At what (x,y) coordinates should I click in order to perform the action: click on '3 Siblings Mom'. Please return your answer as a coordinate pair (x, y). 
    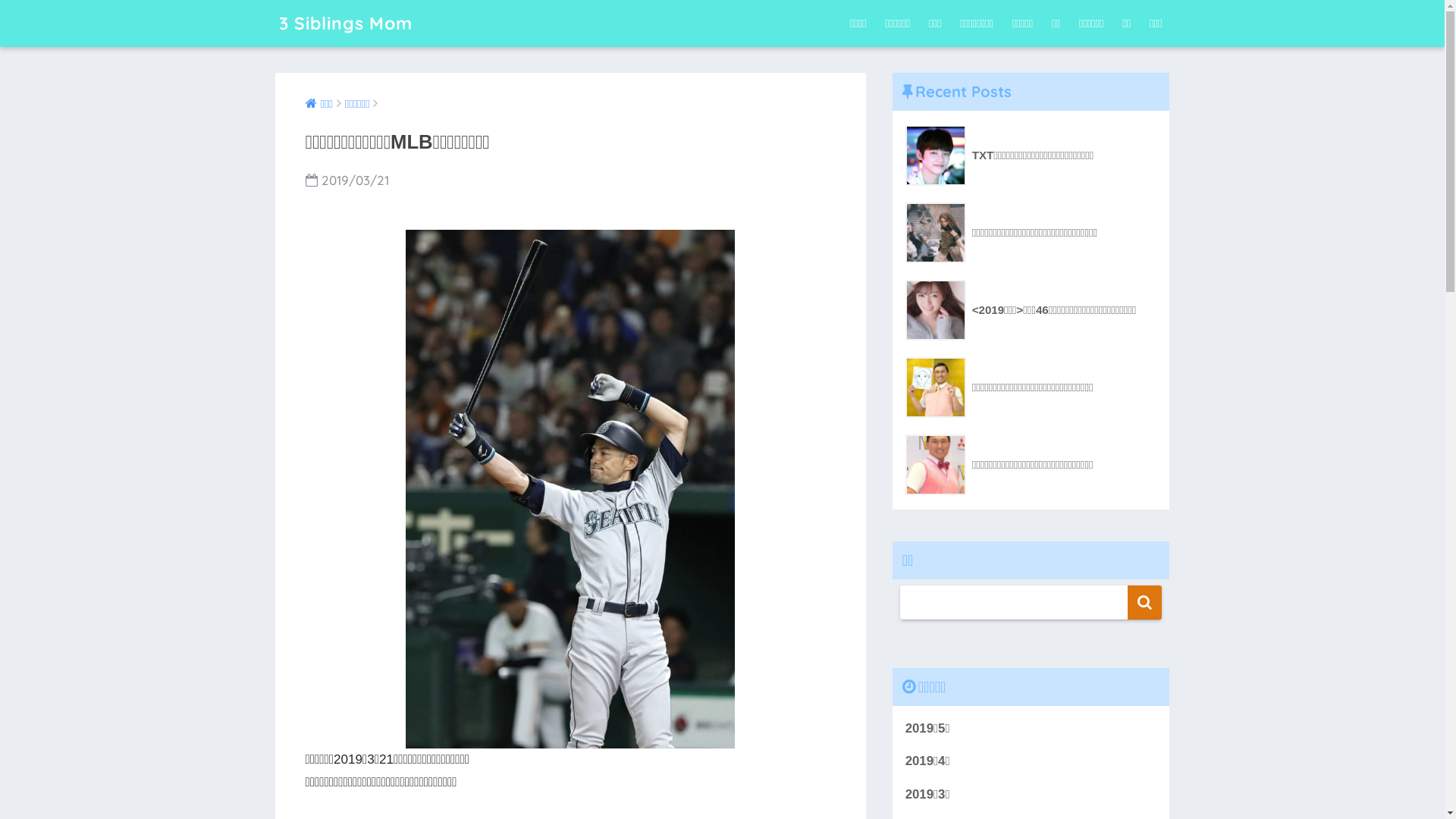
    Looking at the image, I should click on (345, 23).